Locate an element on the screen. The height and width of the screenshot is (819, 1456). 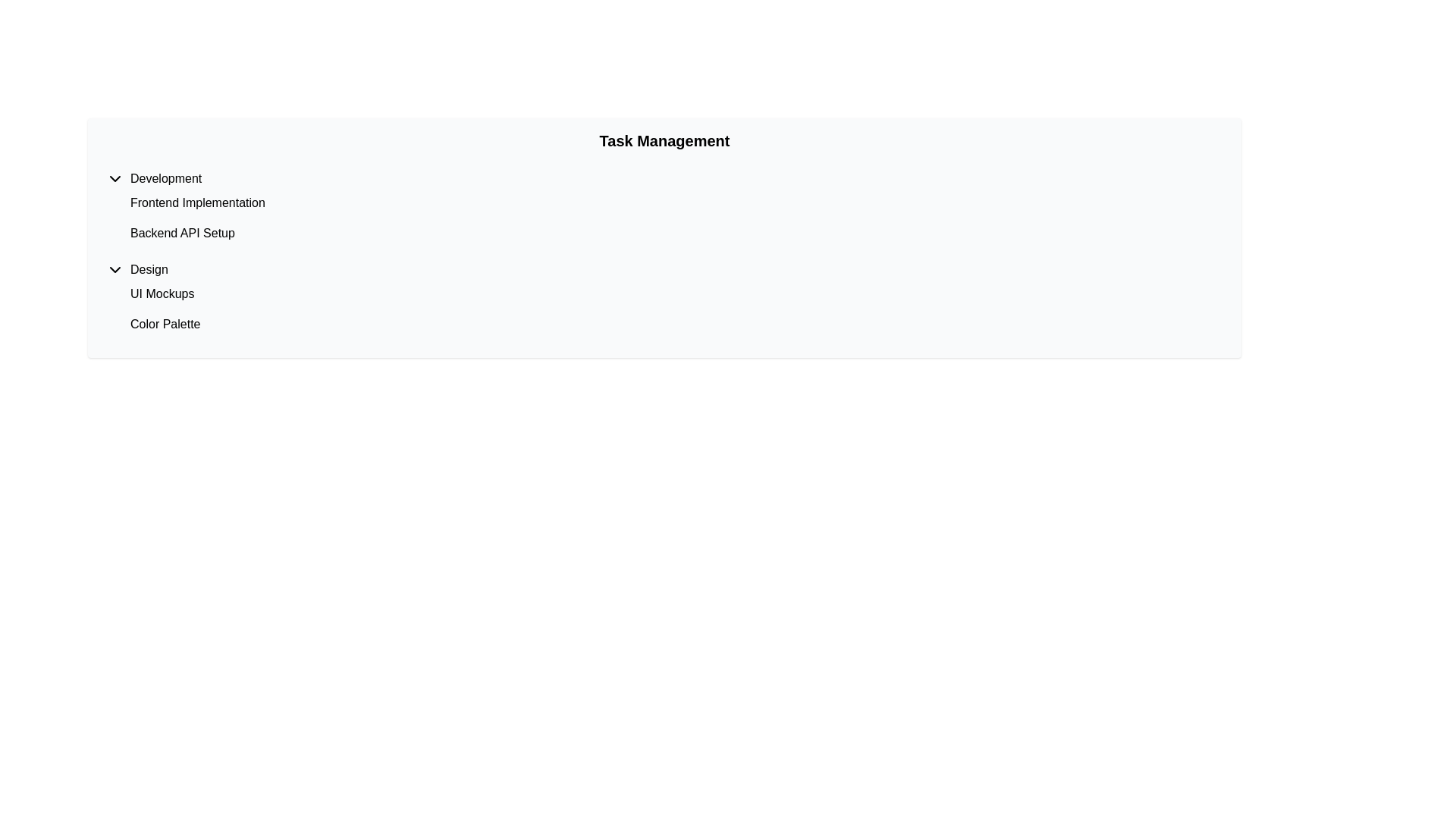
the textual label 'UI Mockups', which is the first item under the 'Design' section in a list format is located at coordinates (162, 294).